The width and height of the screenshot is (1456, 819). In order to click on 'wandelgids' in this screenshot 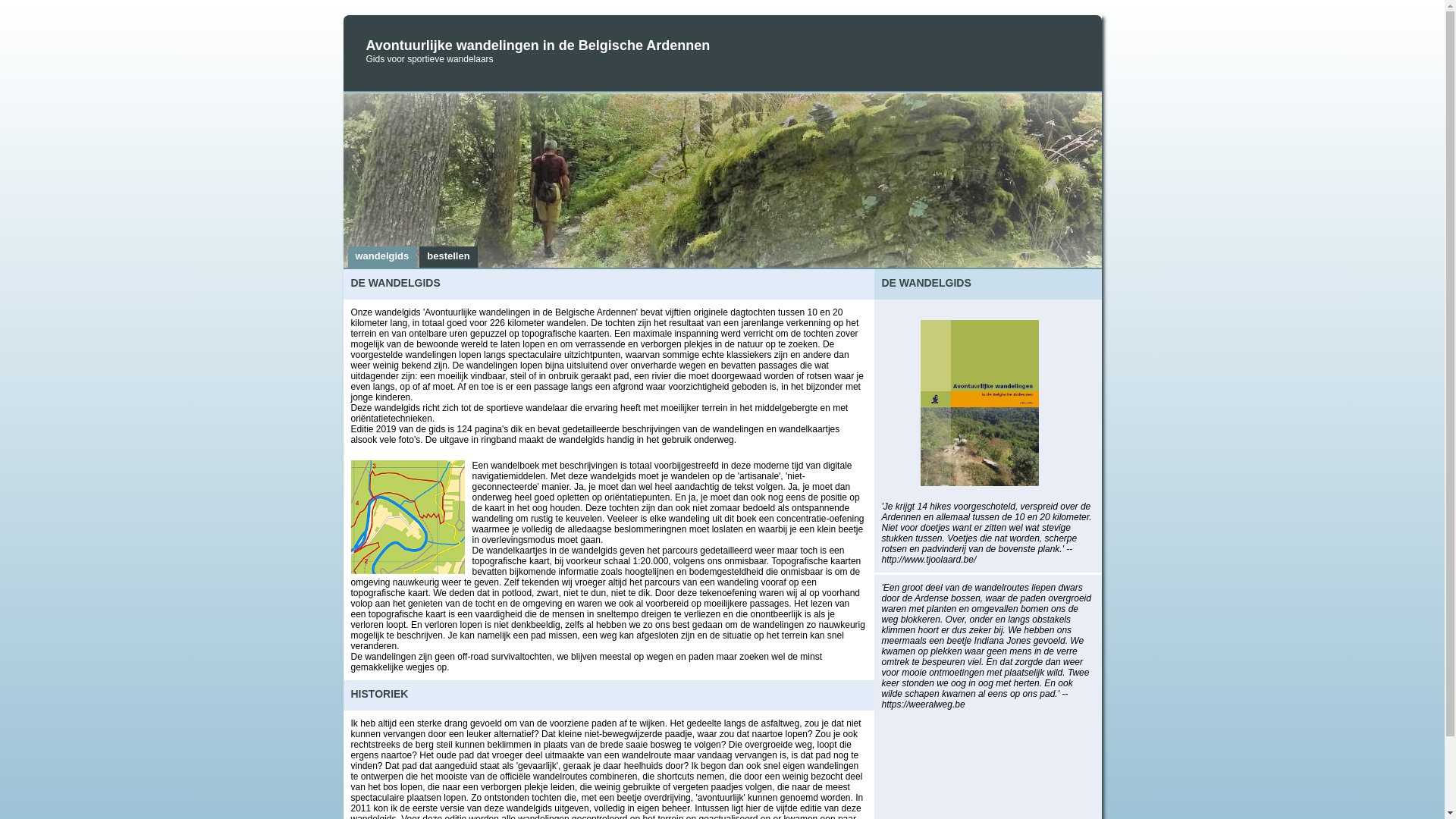, I will do `click(381, 256)`.